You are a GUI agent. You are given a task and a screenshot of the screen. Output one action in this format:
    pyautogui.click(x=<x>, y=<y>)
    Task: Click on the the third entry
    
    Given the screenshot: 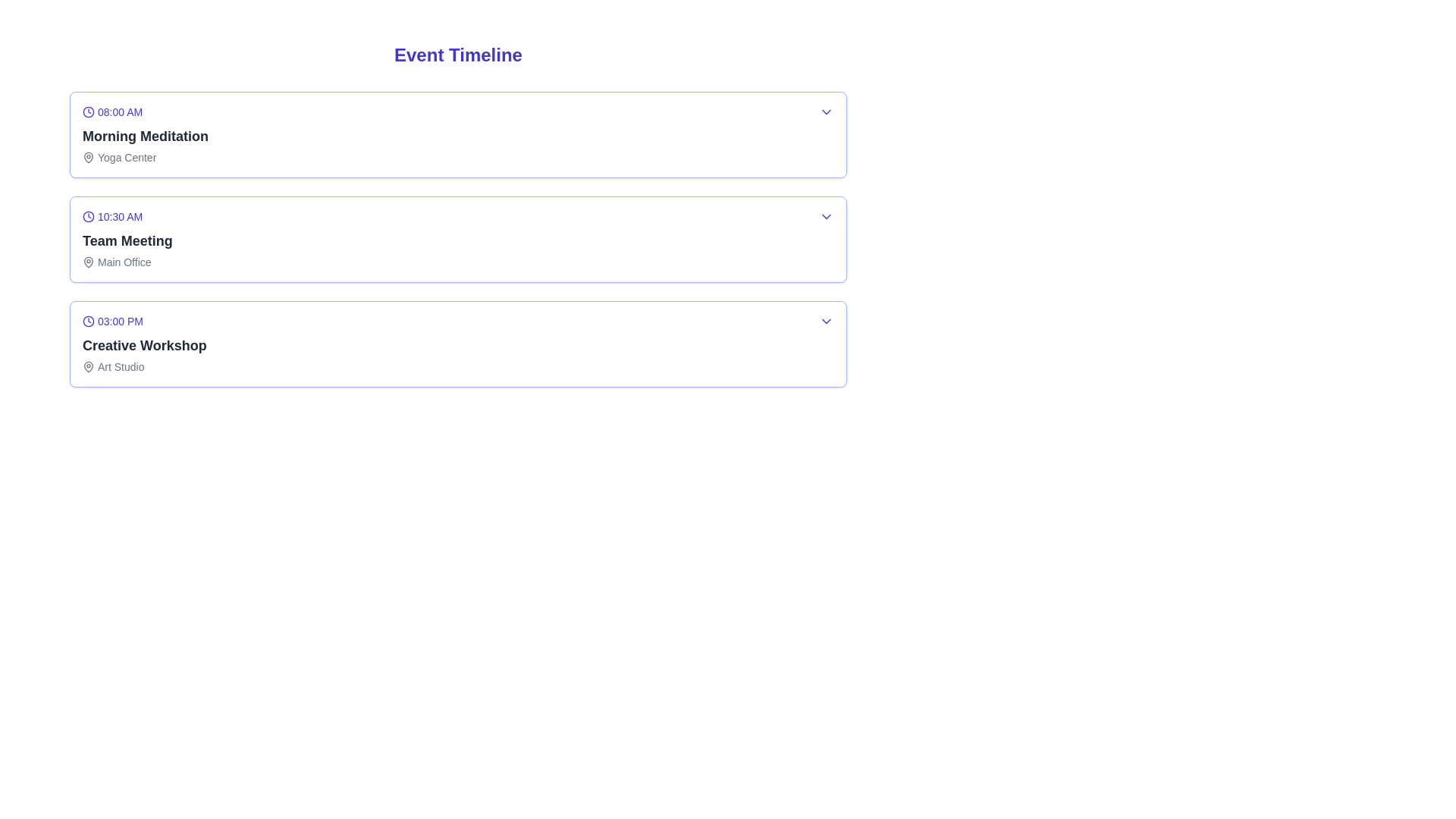 What is the action you would take?
    pyautogui.click(x=144, y=344)
    